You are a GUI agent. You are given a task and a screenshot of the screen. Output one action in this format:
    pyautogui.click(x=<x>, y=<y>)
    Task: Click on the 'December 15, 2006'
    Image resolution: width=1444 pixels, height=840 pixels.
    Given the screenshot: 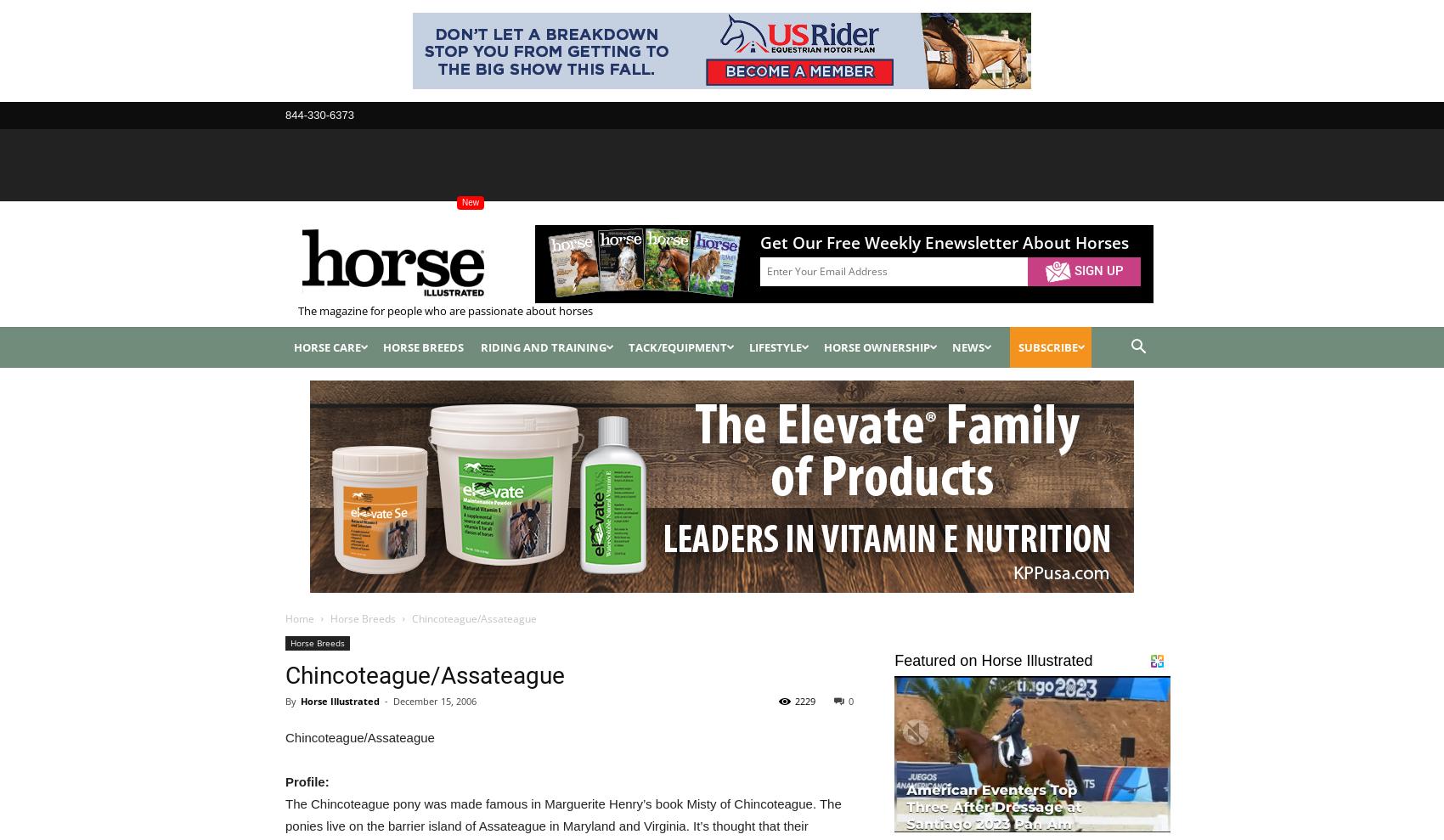 What is the action you would take?
    pyautogui.click(x=435, y=699)
    